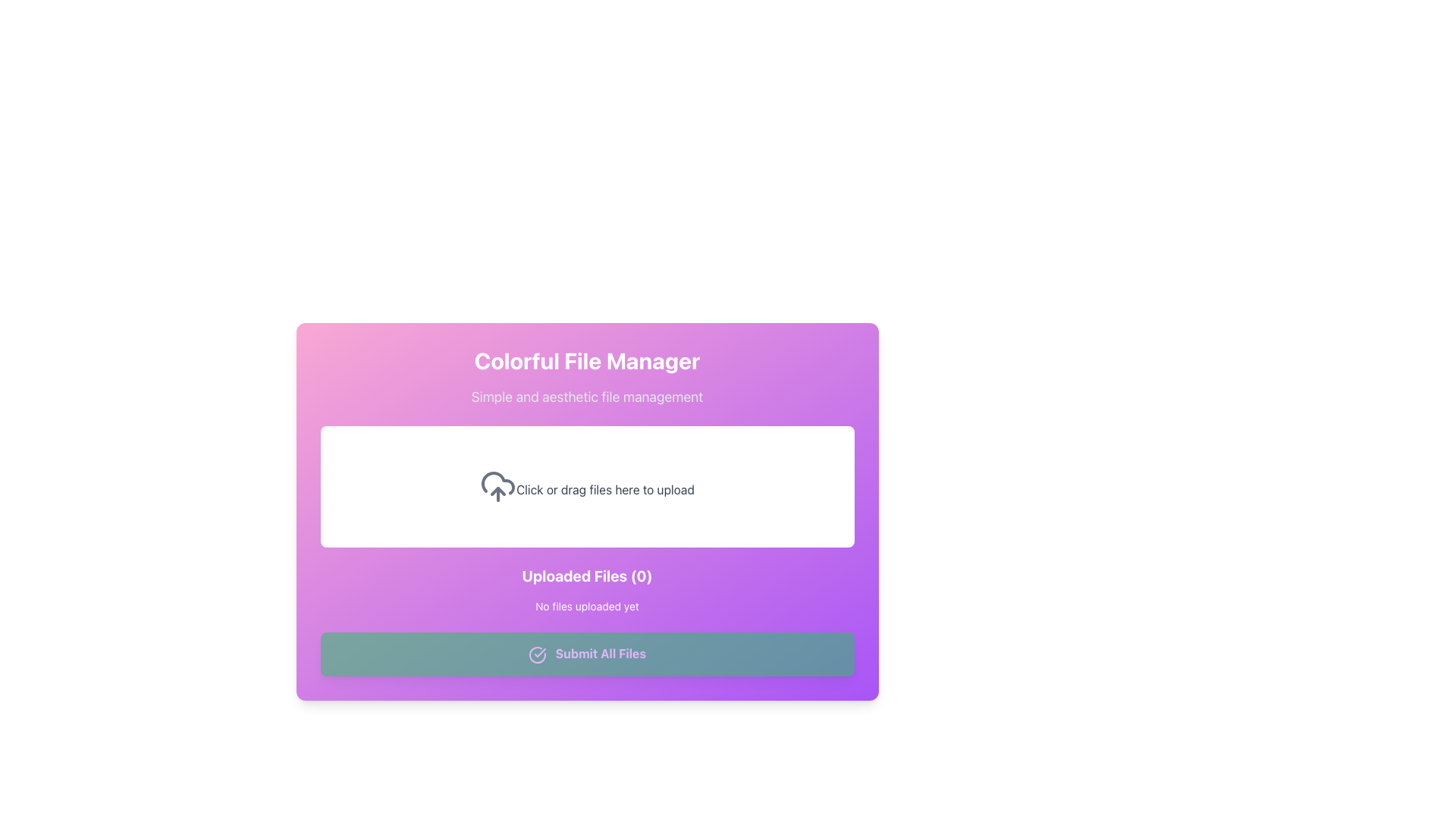 The height and width of the screenshot is (819, 1456). What do you see at coordinates (537, 654) in the screenshot?
I see `the visual indicator icon that confirms the completion related to the 'Submit All Files' button, which is centered to the left of the button text` at bounding box center [537, 654].